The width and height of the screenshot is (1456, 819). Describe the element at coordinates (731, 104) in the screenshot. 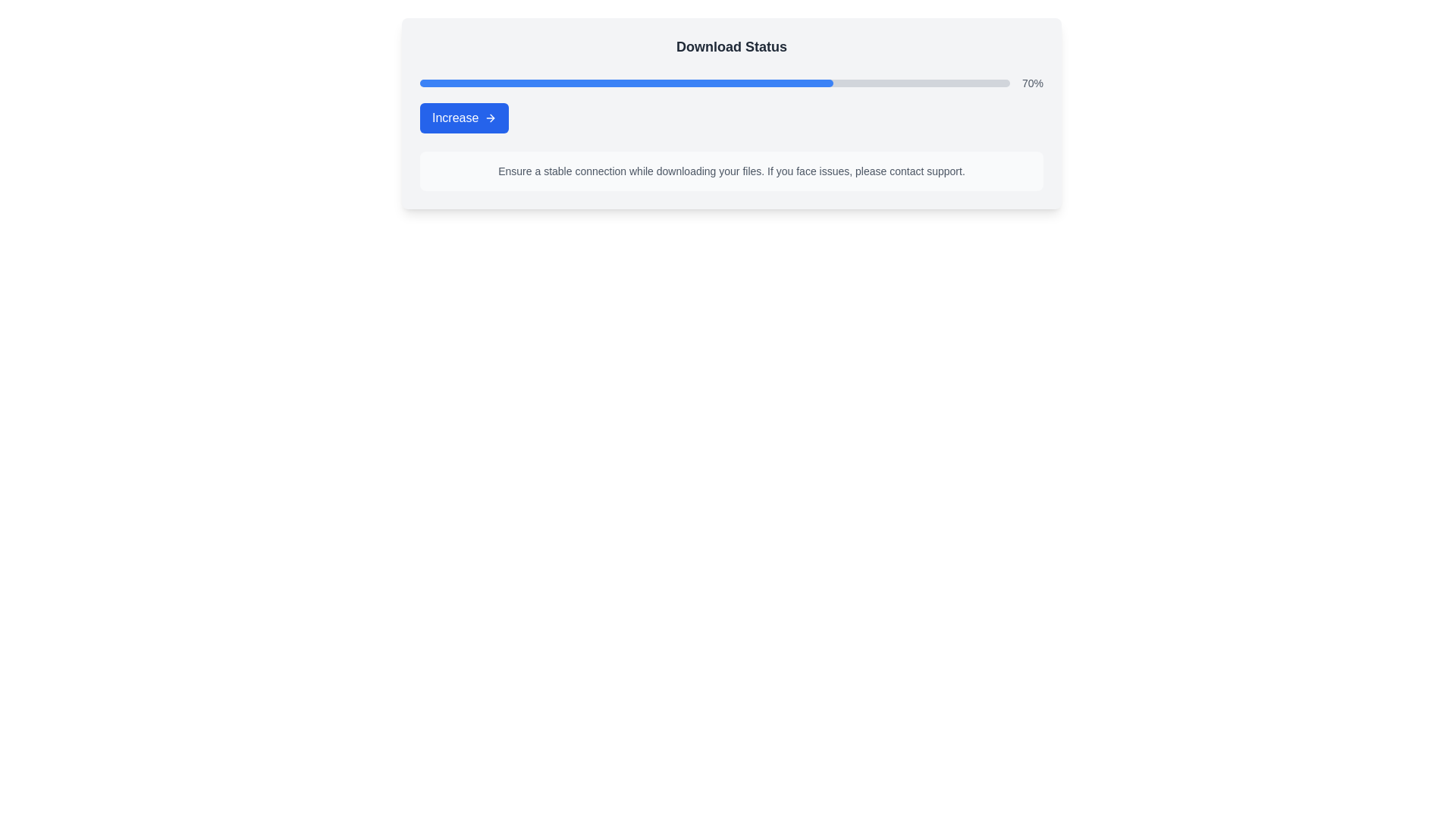

I see `progress information from the Composite component displaying a blue progress bar and an action button labeled 'Increase' within the 'Download Status' card` at that location.